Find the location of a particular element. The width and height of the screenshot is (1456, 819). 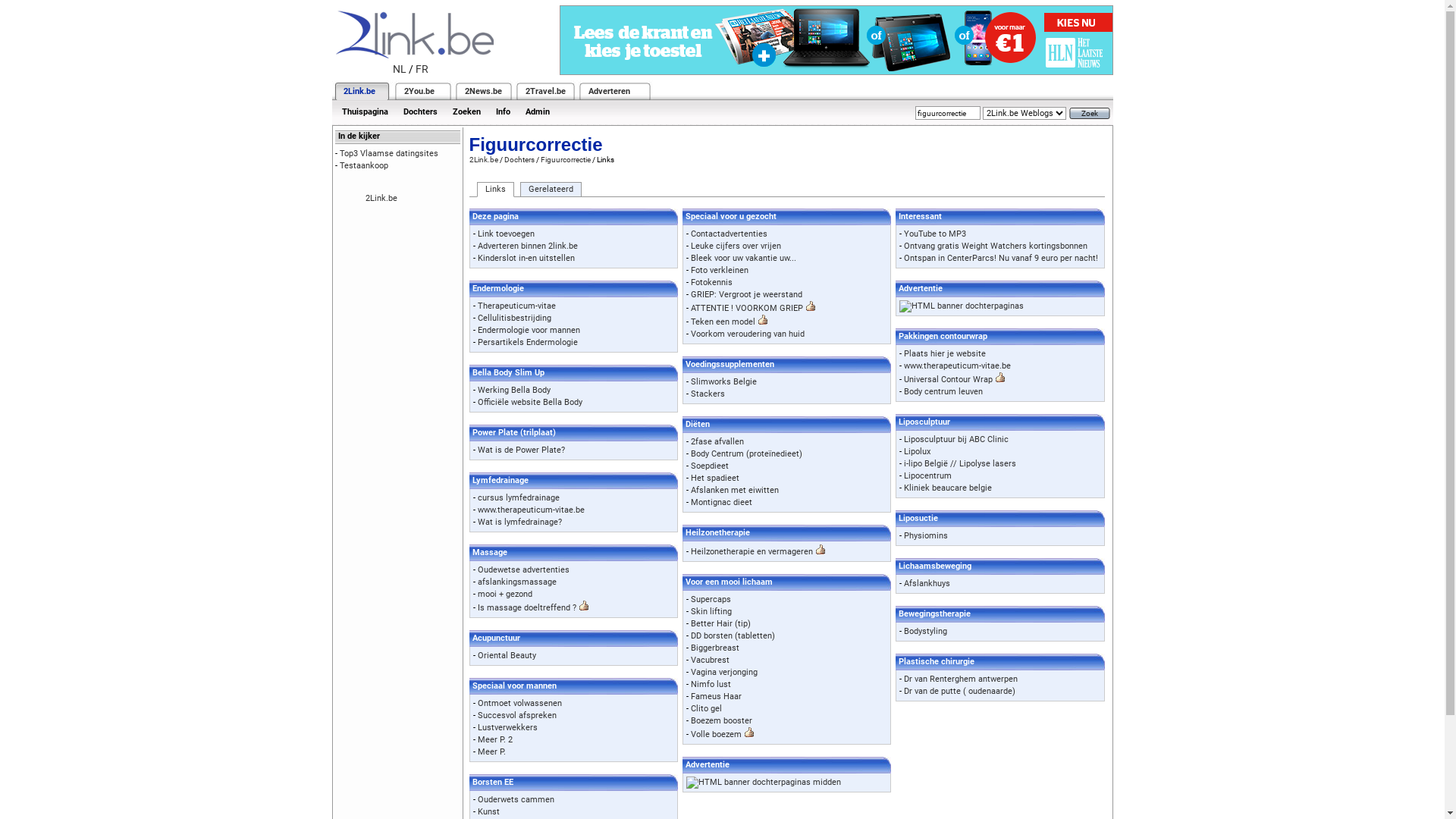

'Kunst' is located at coordinates (488, 811).